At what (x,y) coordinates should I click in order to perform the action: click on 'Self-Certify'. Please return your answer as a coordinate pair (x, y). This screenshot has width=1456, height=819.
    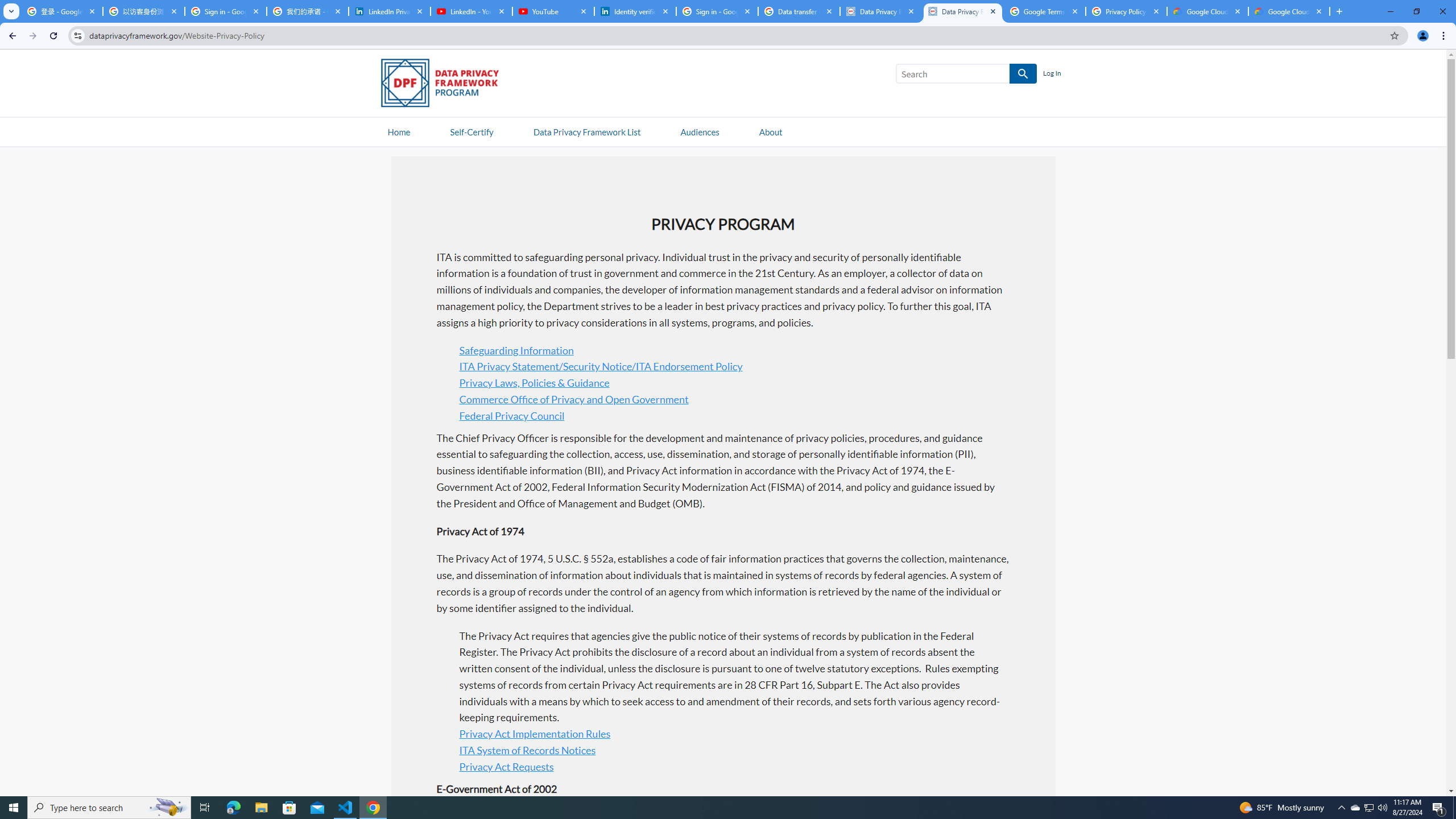
    Looking at the image, I should click on (471, 131).